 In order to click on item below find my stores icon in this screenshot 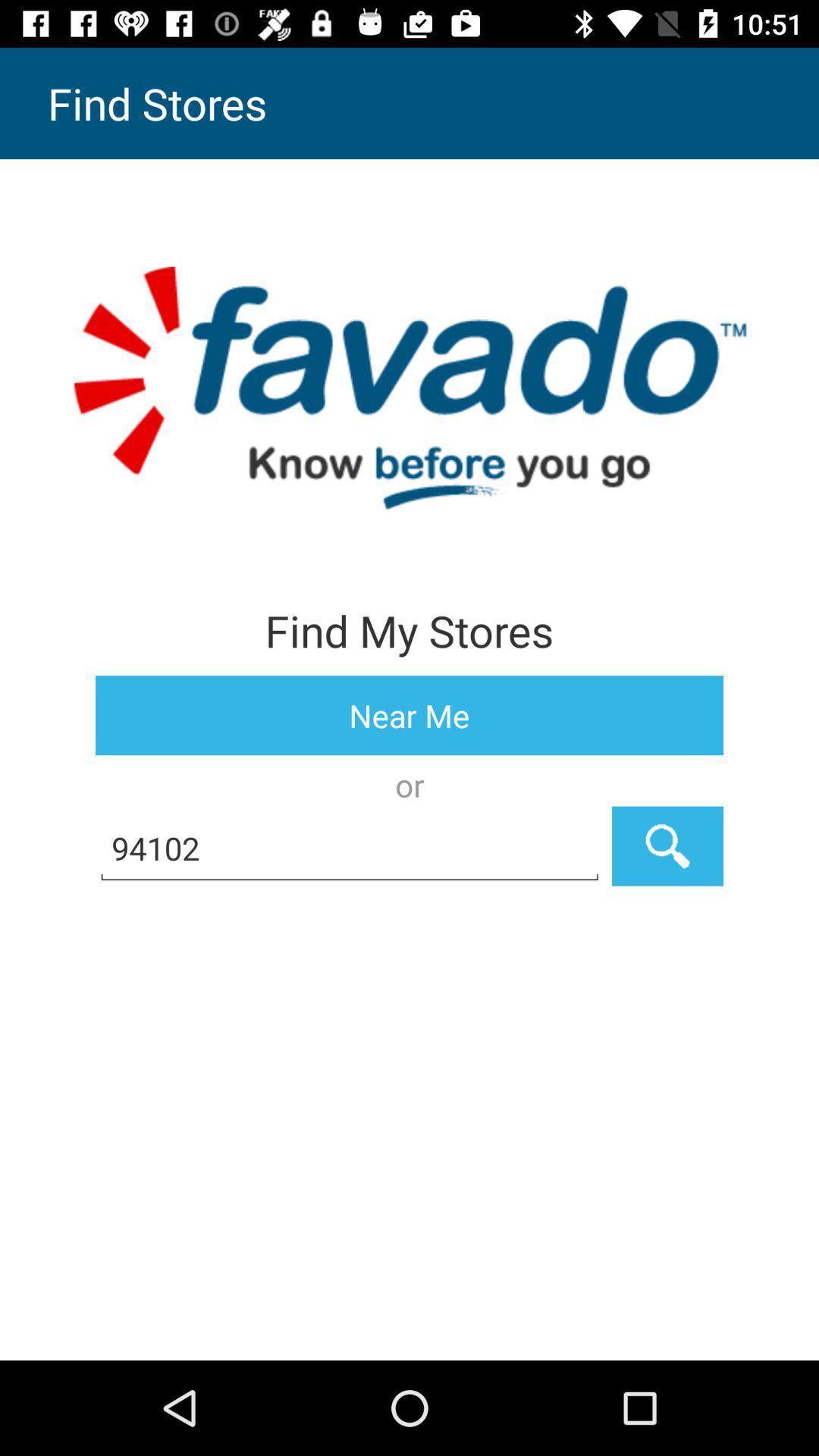, I will do `click(409, 714)`.